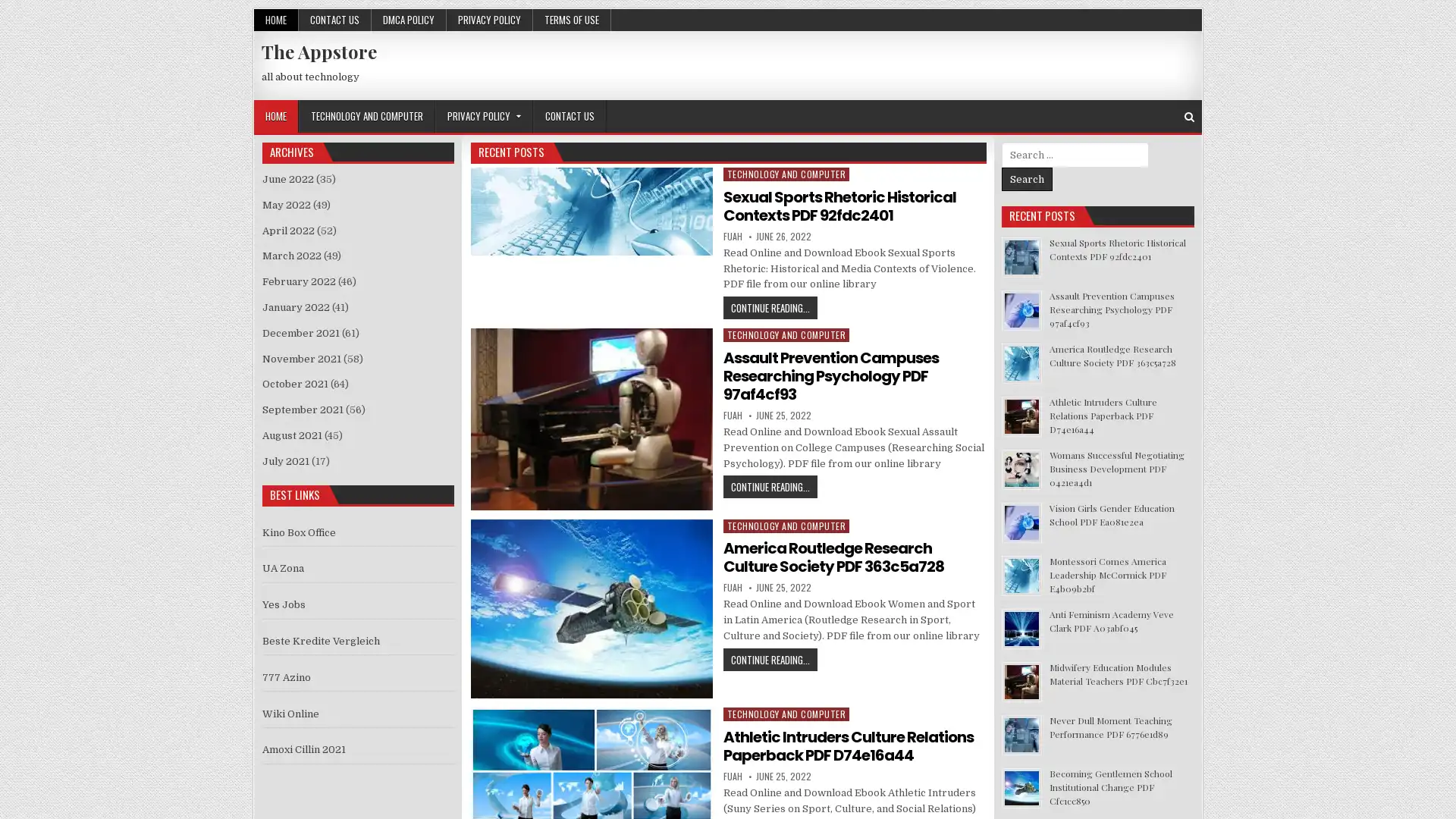 The width and height of the screenshot is (1456, 819). What do you see at coordinates (1027, 178) in the screenshot?
I see `Search` at bounding box center [1027, 178].